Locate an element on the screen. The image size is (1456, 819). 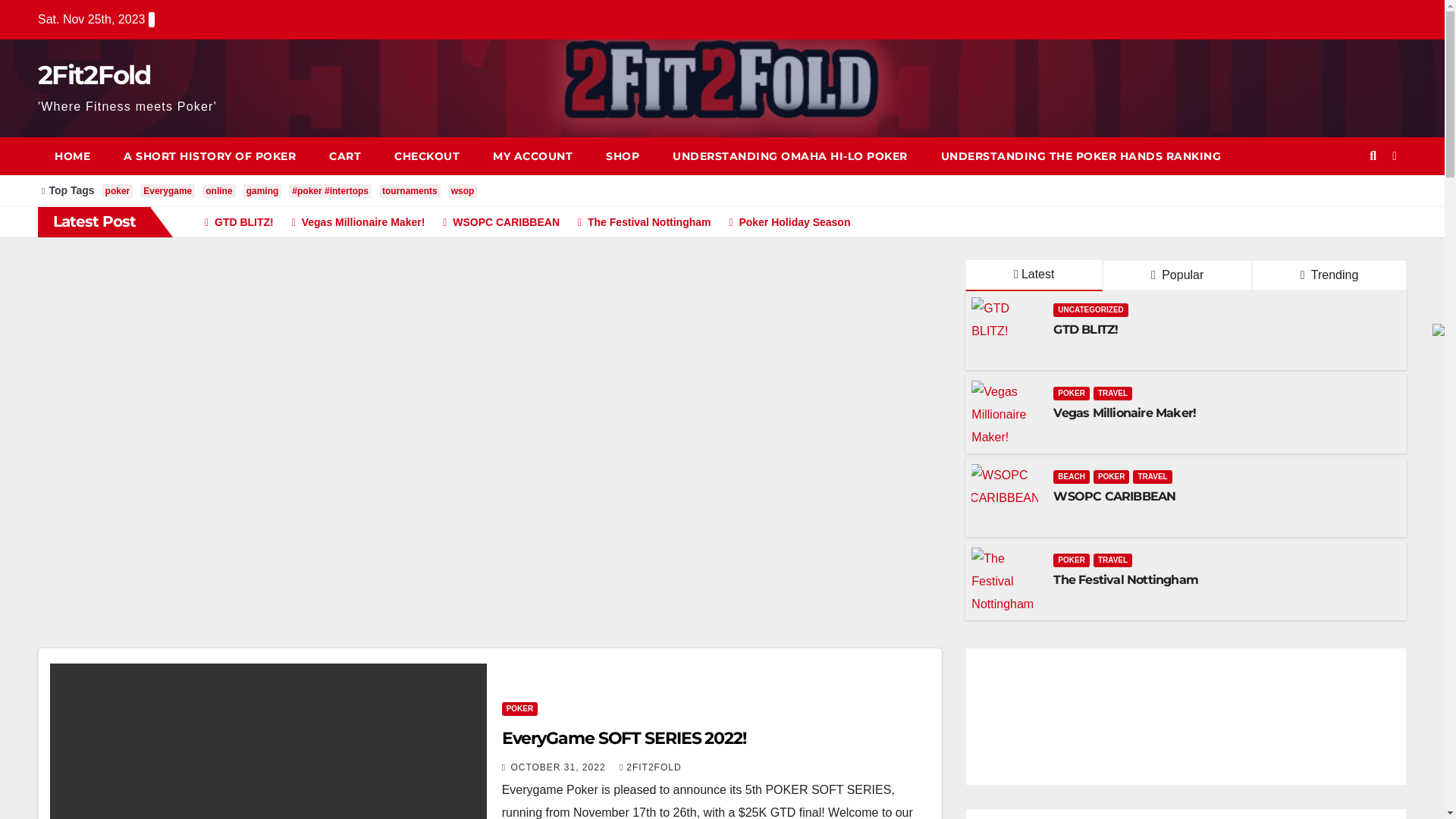
'tournaments' is located at coordinates (409, 190).